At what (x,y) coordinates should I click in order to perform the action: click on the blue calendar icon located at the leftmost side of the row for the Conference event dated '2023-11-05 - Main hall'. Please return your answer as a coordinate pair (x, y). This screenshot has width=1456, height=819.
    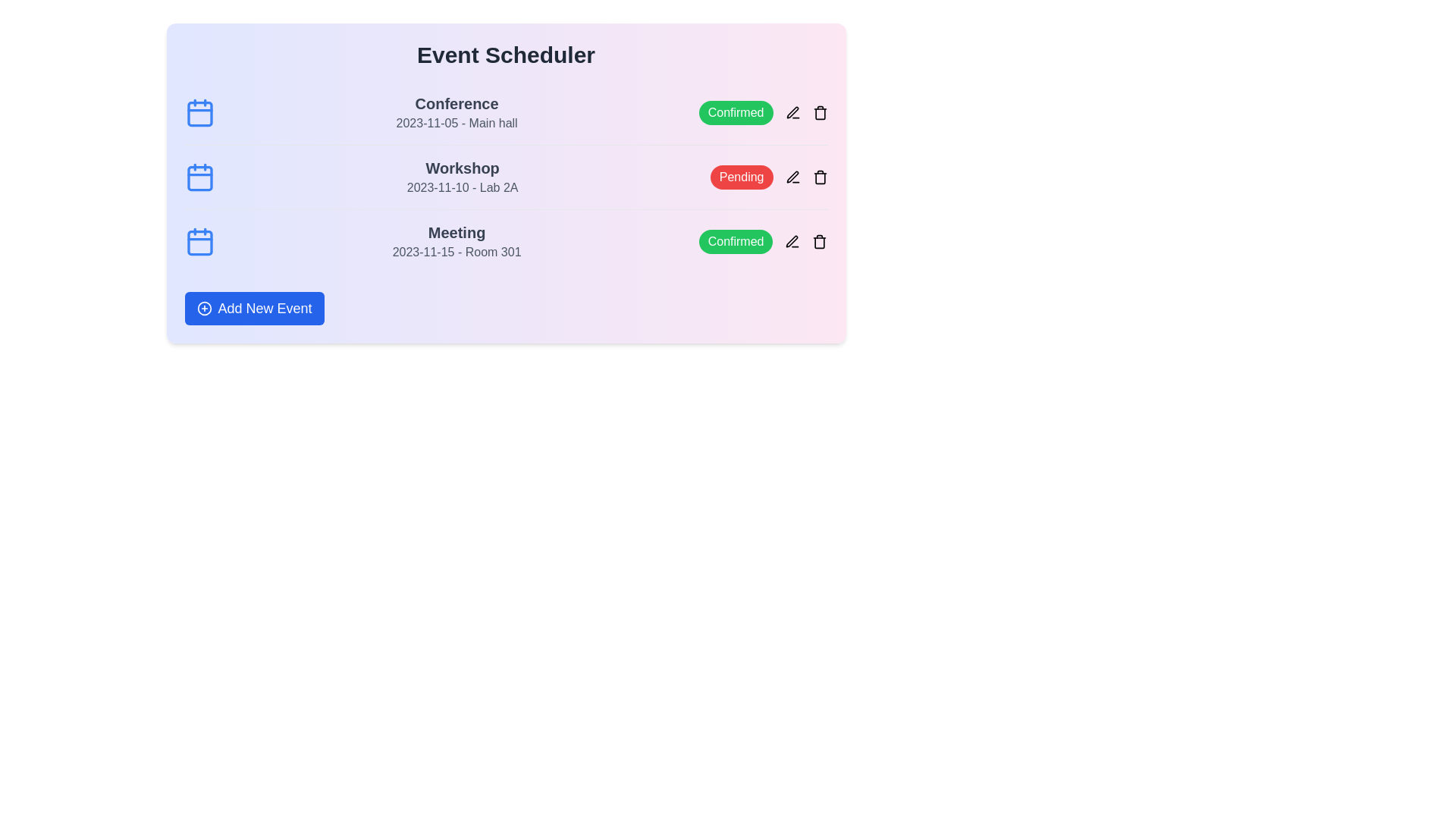
    Looking at the image, I should click on (199, 112).